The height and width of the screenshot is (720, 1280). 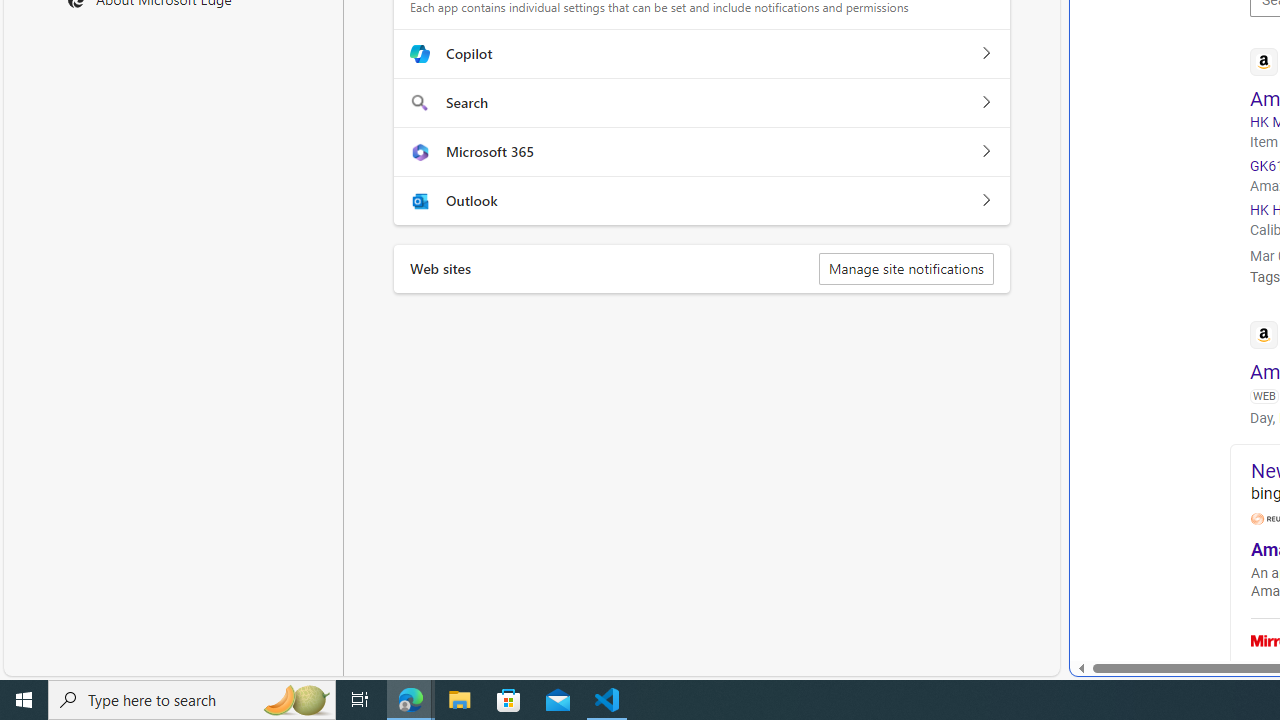 What do you see at coordinates (905, 267) in the screenshot?
I see `'Manage site notifications'` at bounding box center [905, 267].